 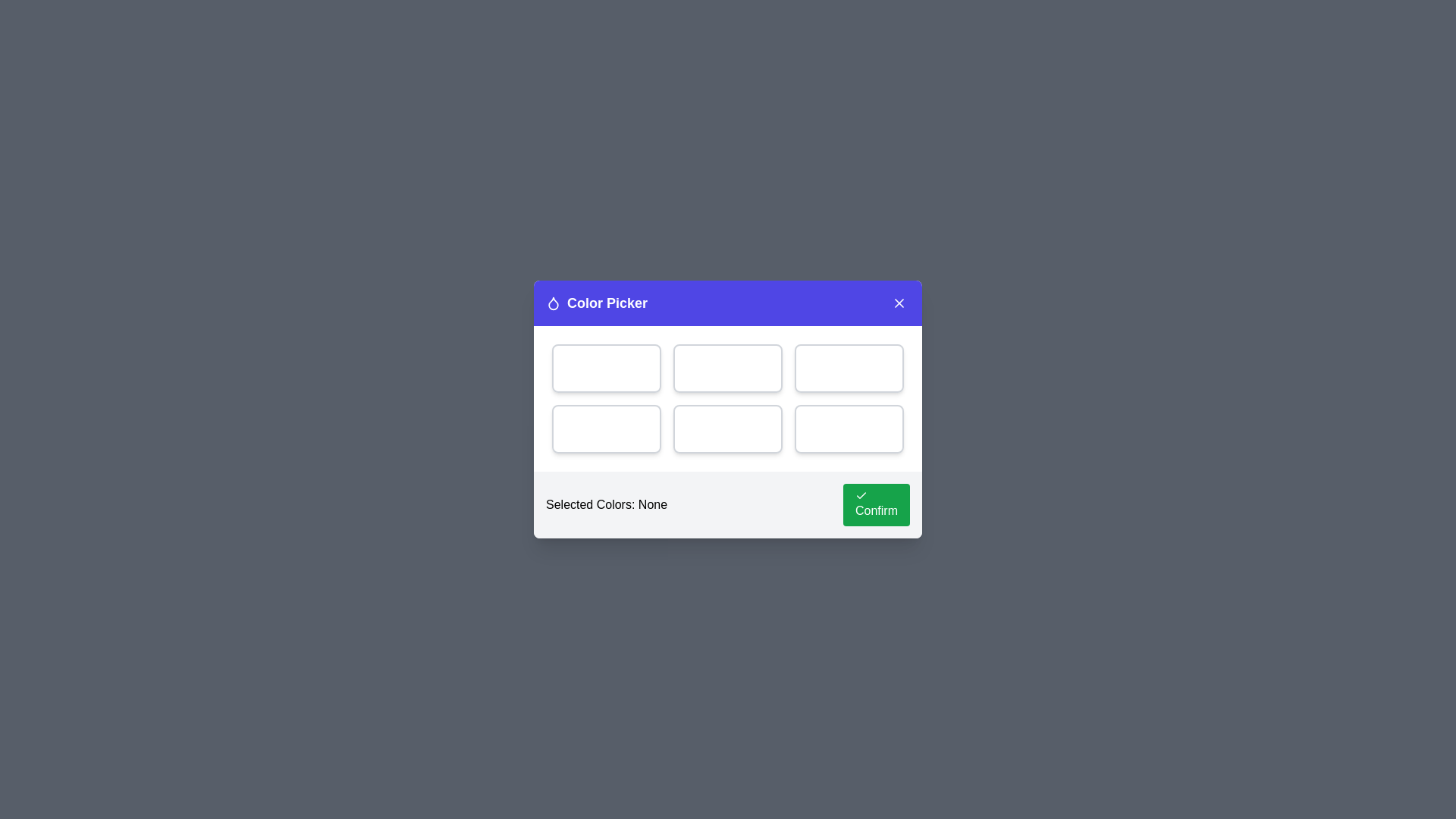 What do you see at coordinates (877, 505) in the screenshot?
I see `the 'Confirm' button to confirm the selected colors` at bounding box center [877, 505].